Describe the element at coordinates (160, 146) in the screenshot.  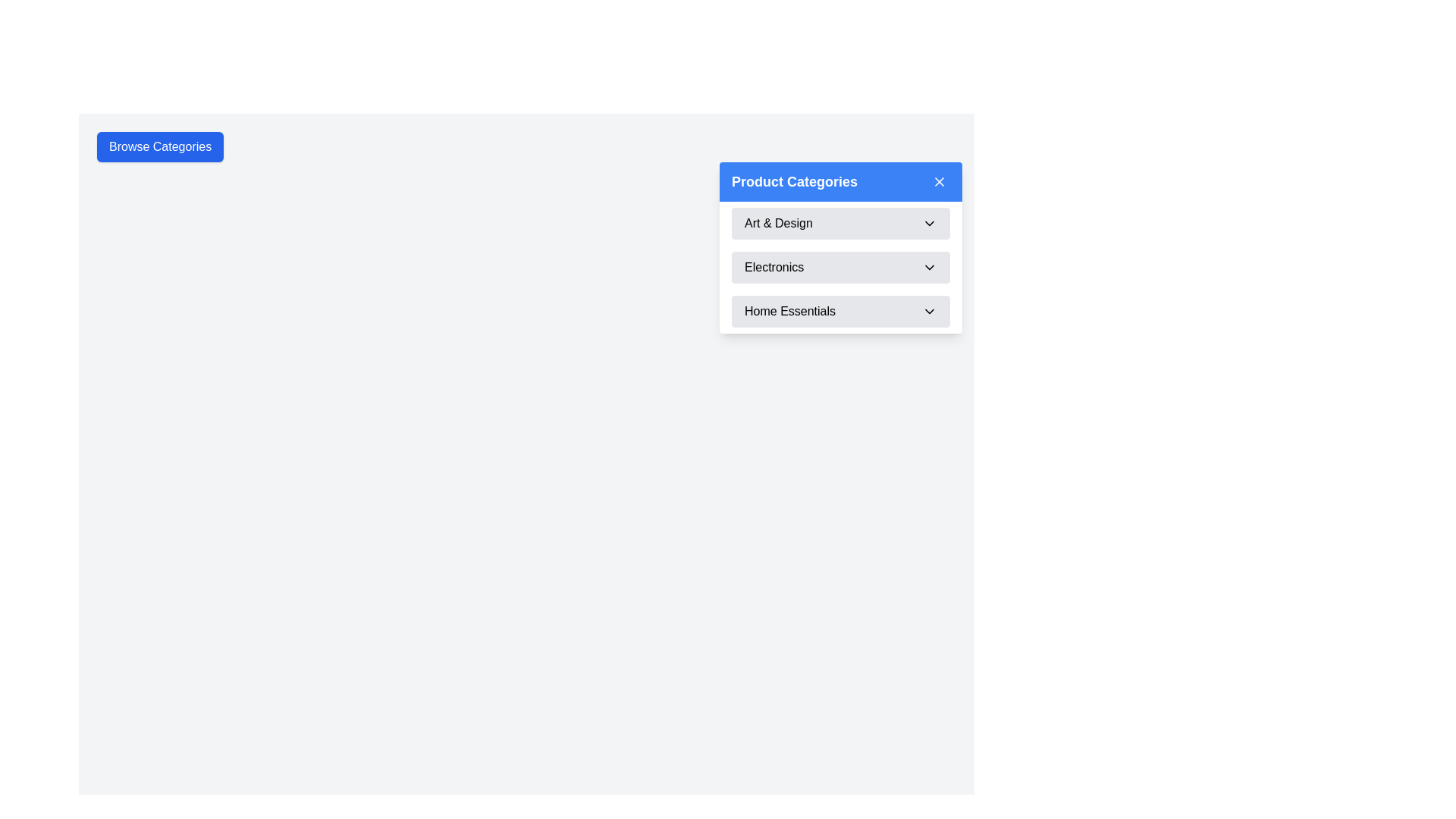
I see `the 'Browse Categories' button` at that location.